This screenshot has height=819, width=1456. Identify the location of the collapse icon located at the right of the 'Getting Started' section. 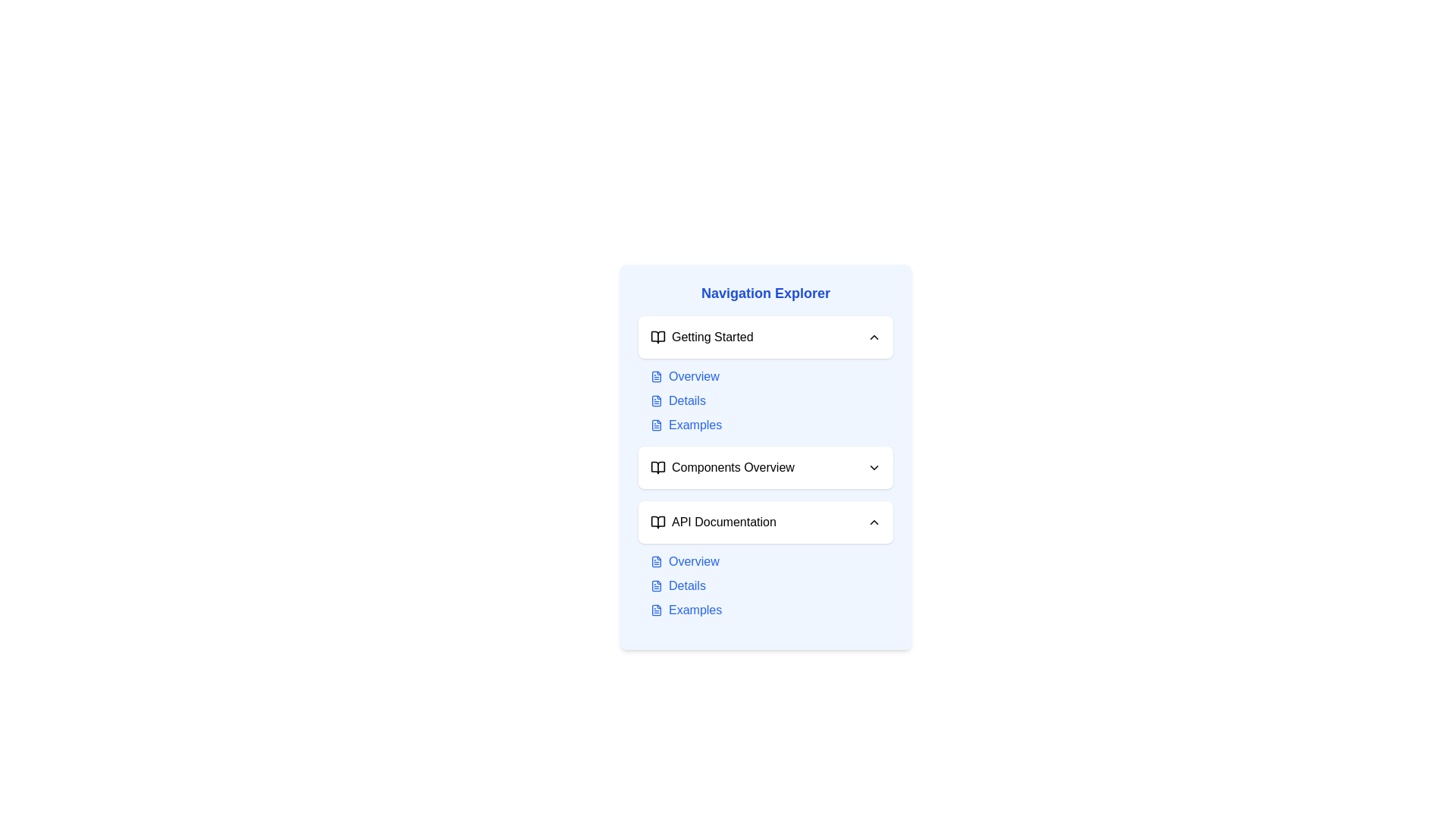
(874, 336).